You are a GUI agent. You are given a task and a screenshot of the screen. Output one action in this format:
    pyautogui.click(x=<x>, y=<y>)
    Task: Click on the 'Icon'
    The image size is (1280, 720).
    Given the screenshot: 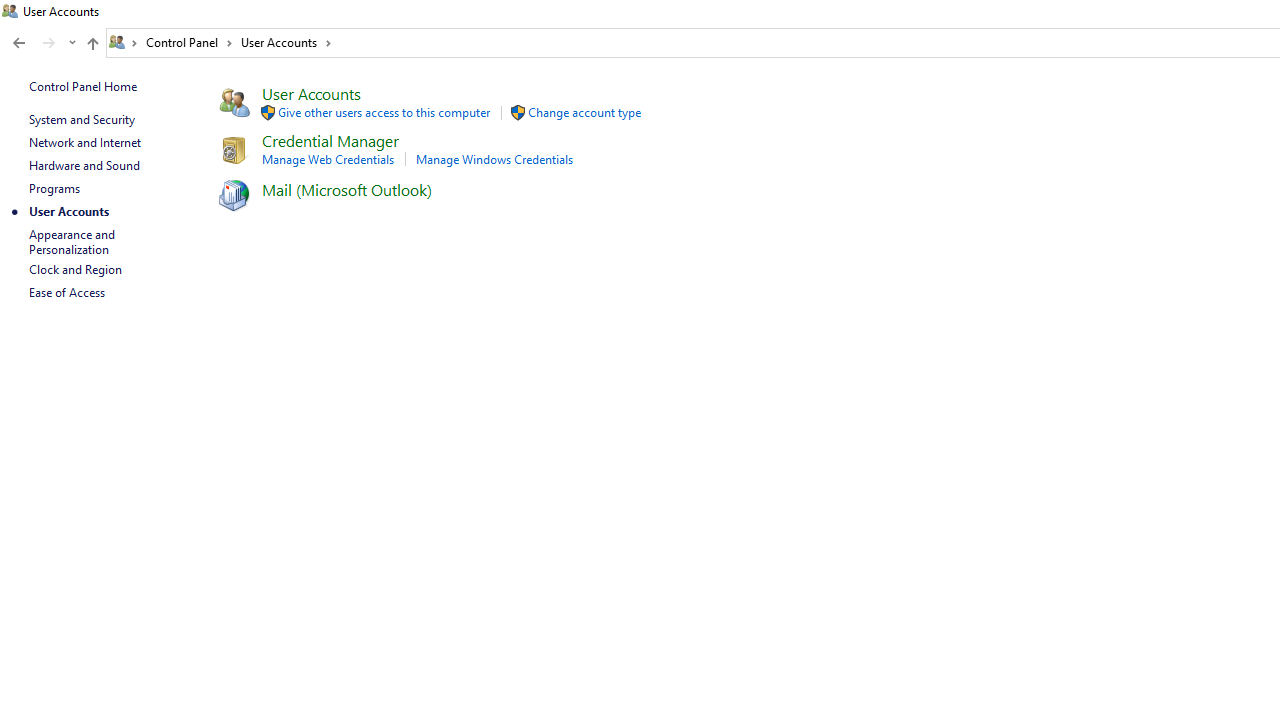 What is the action you would take?
    pyautogui.click(x=232, y=194)
    